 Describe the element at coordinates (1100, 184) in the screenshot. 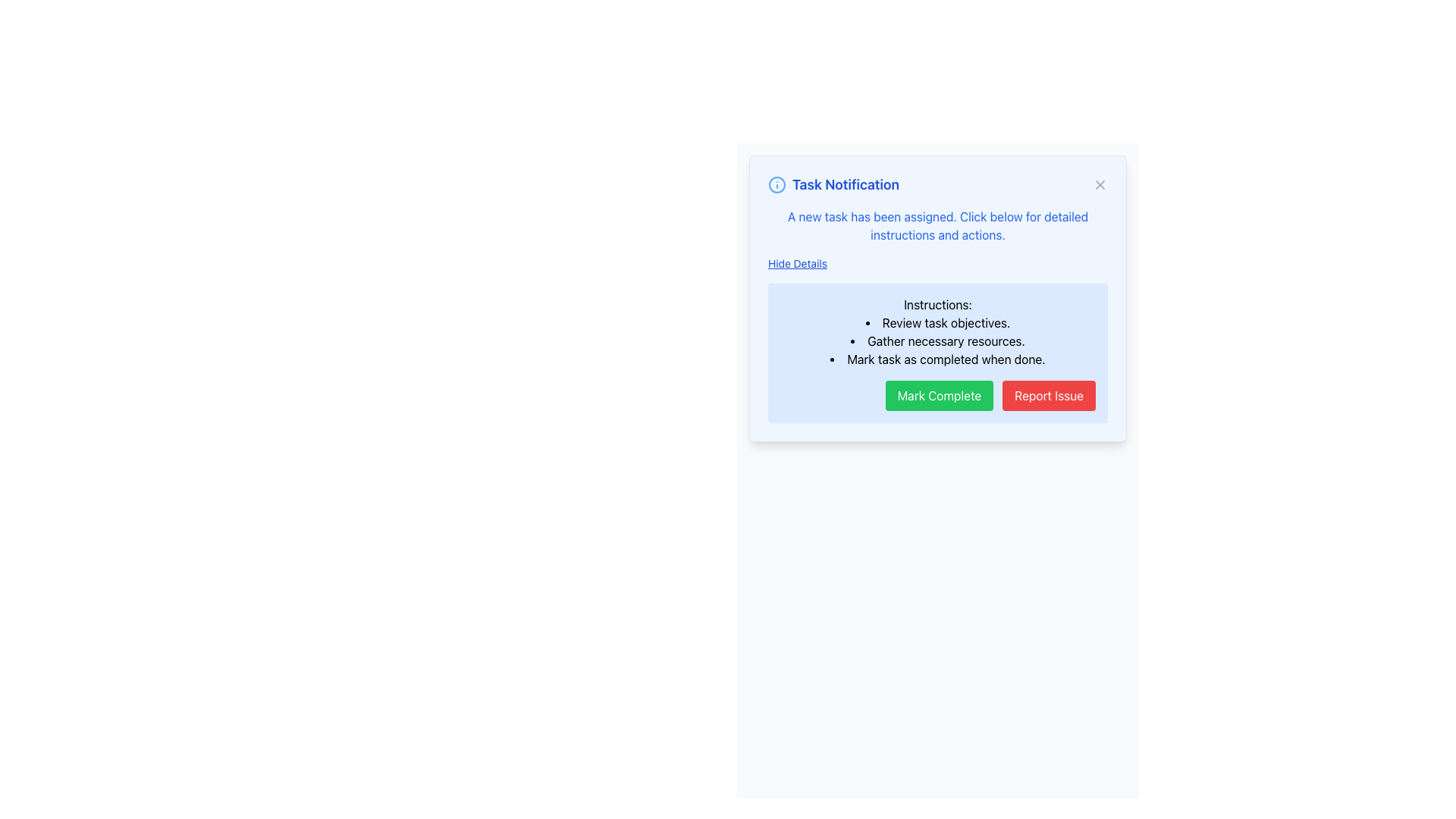

I see `the gray 'X' icon at the far right side of the 'Task Notification' header` at that location.